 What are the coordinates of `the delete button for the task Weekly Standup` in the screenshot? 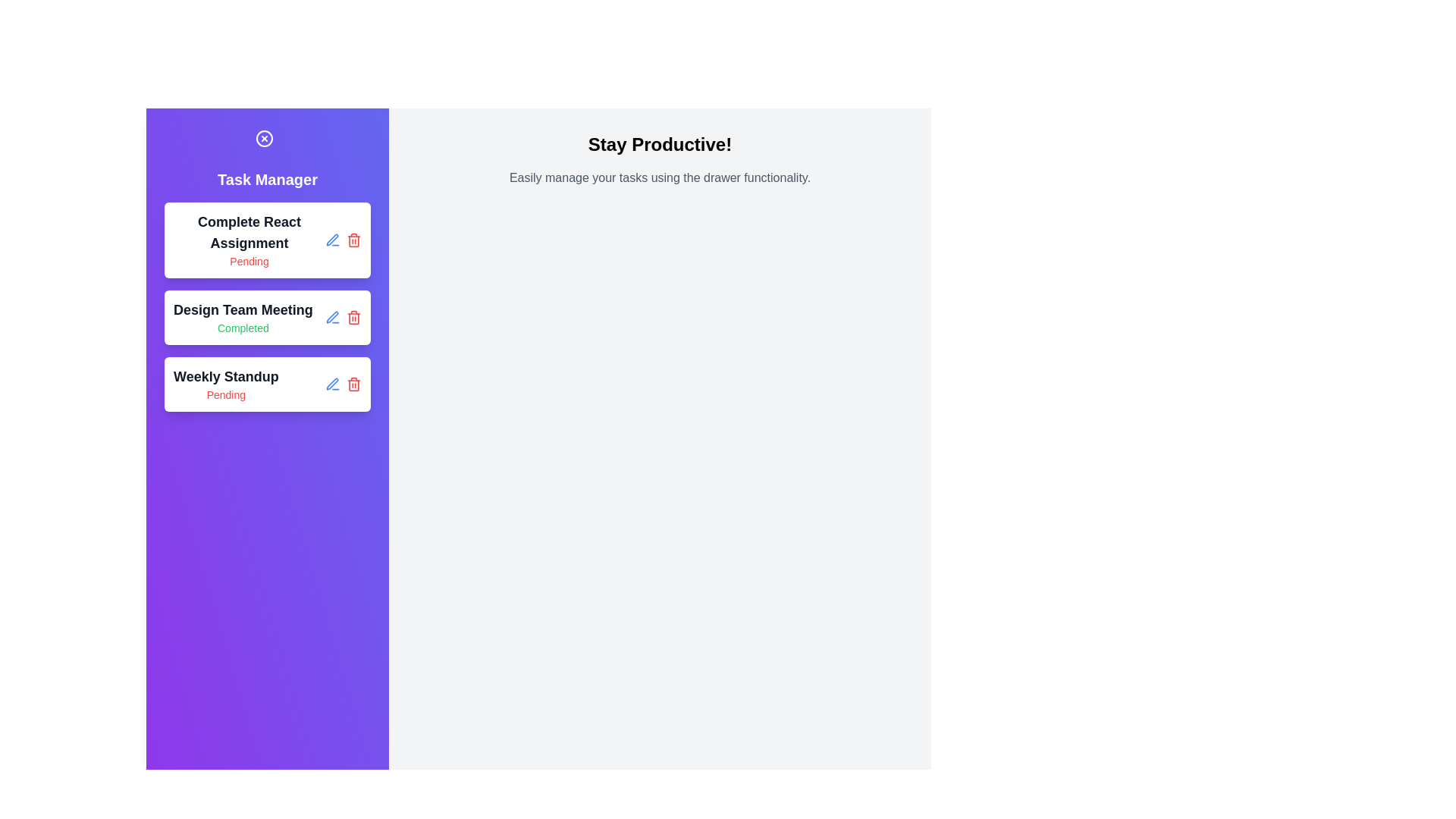 It's located at (353, 383).